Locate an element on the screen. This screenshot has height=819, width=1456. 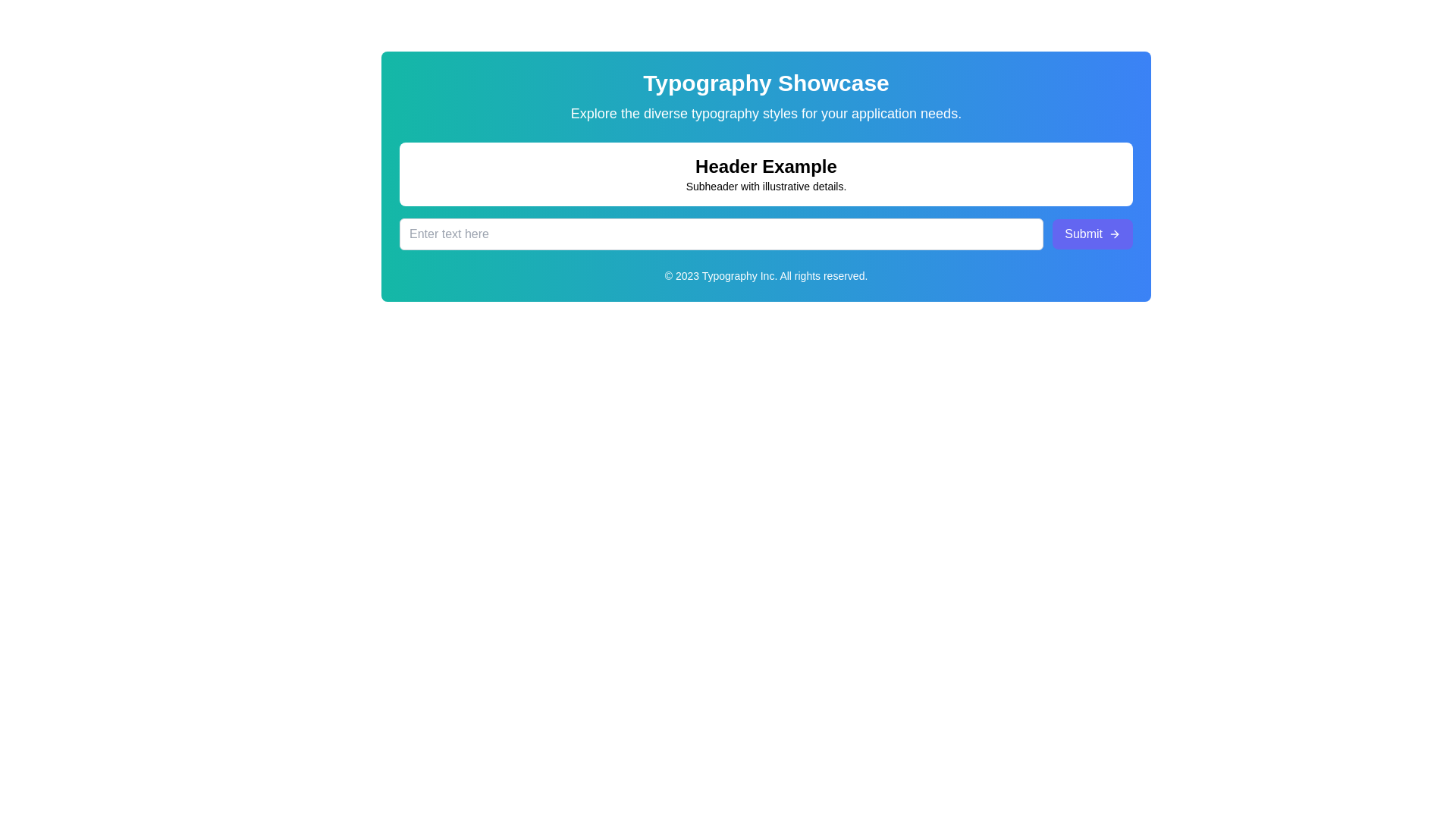
the descriptive subtitle located beneath the title 'Typography Showcase' in the header area of the application is located at coordinates (766, 113).